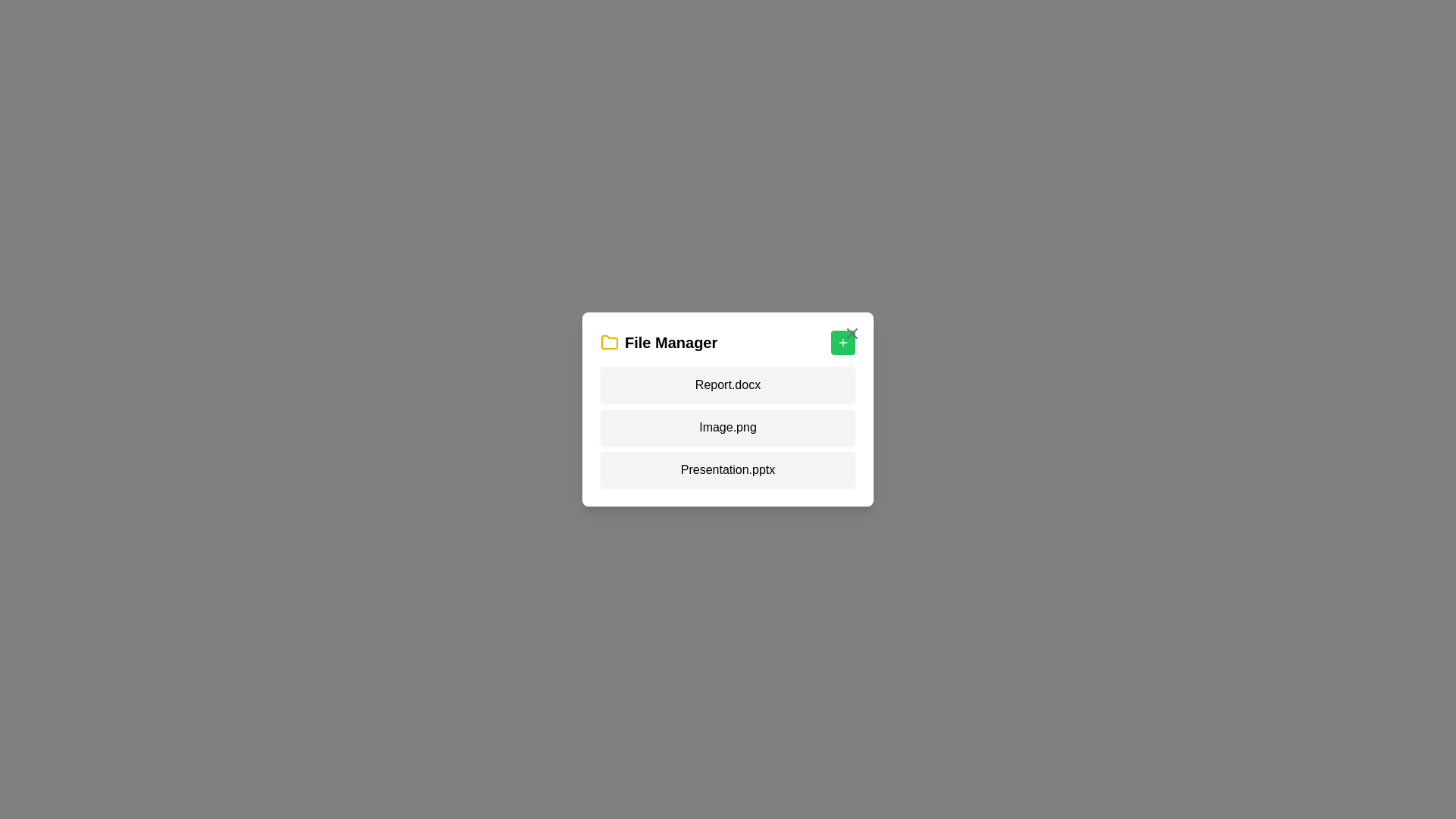  What do you see at coordinates (843, 342) in the screenshot?
I see `the '+' button to add a new file` at bounding box center [843, 342].